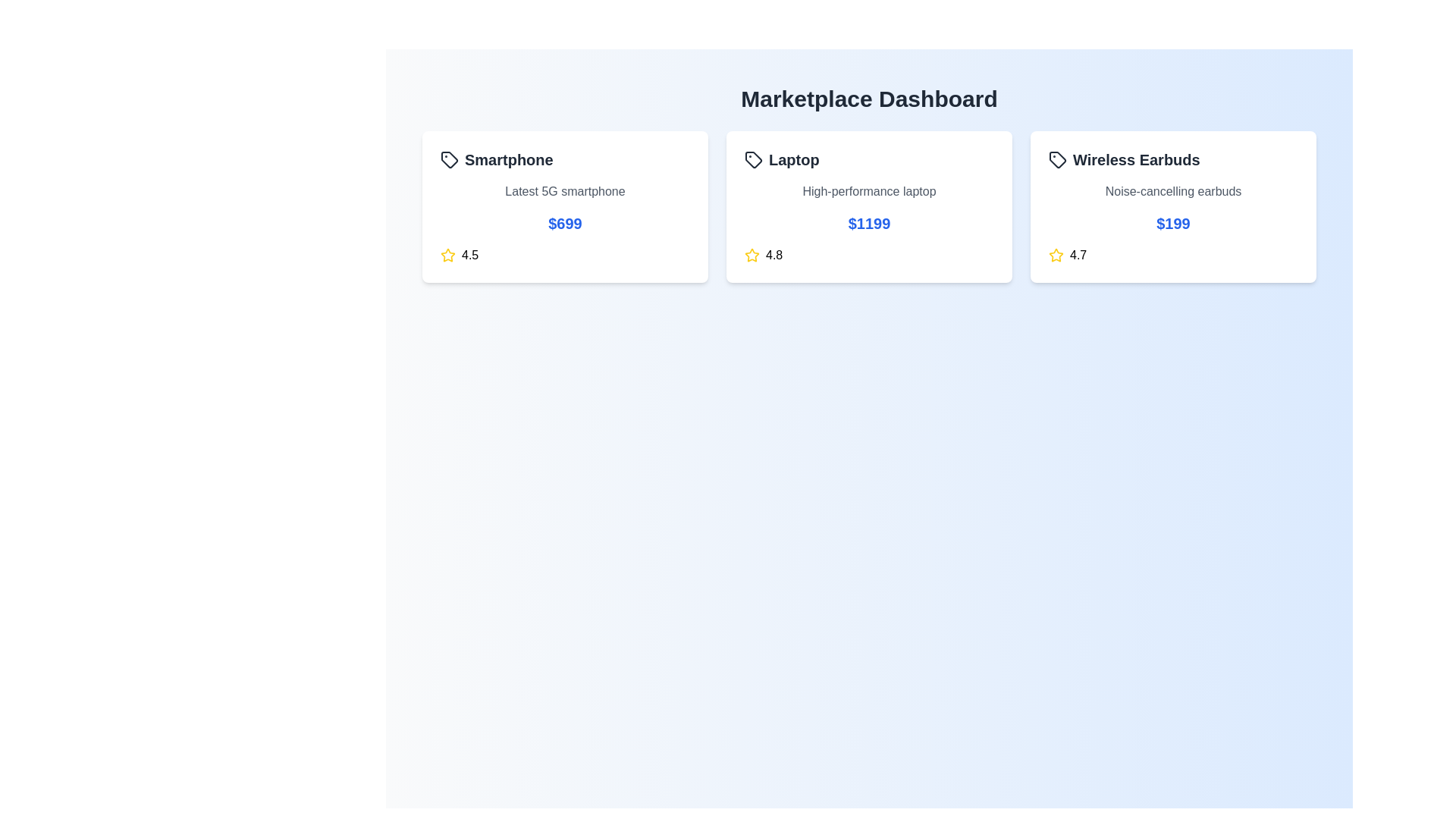  Describe the element at coordinates (1172, 160) in the screenshot. I see `text label 'Wireless Earbuds' which is styled in bold dark gray and located at the top section of a white card, positioned as the third card in a three-card layout` at that location.